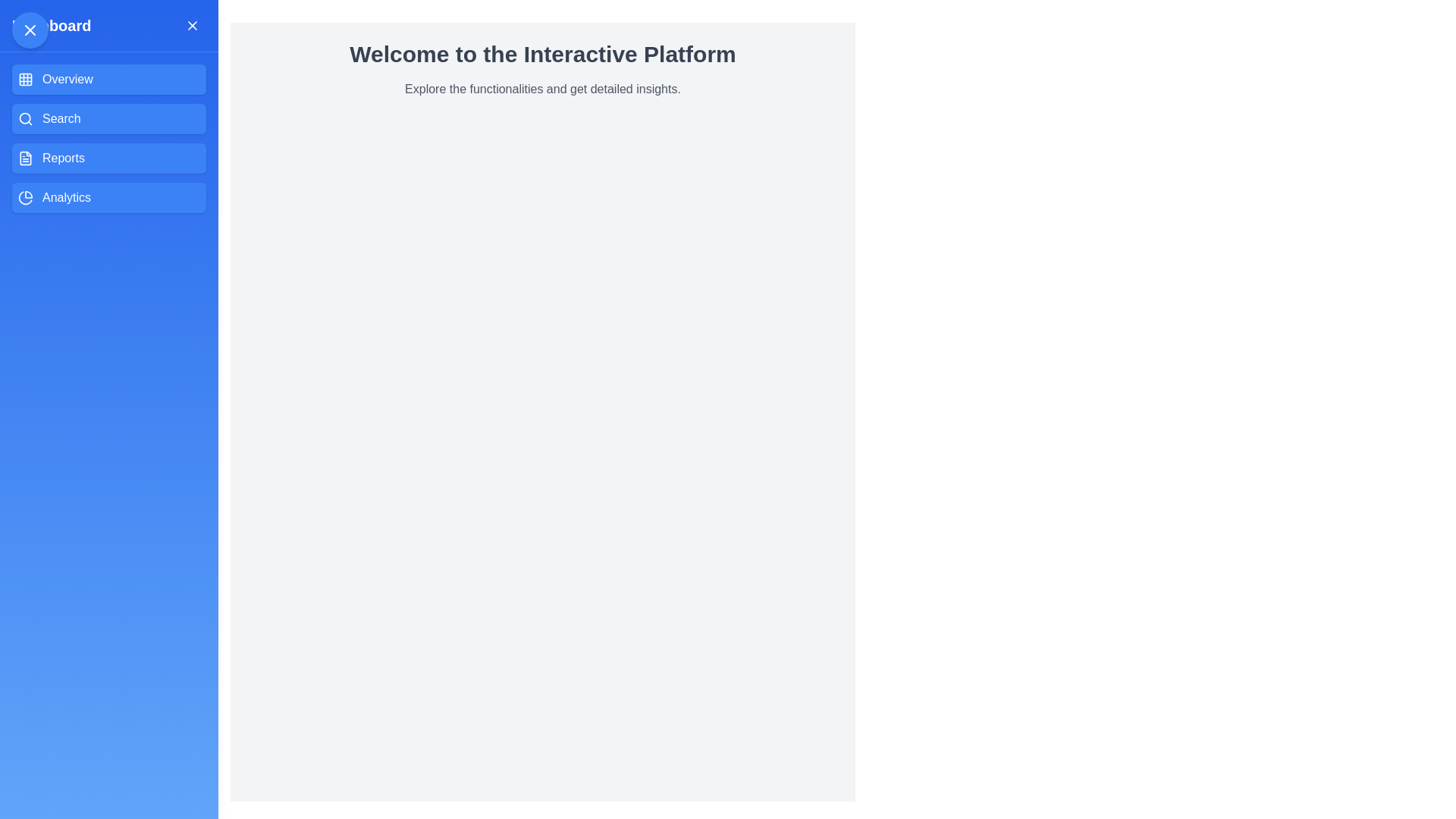  What do you see at coordinates (108, 118) in the screenshot?
I see `the menu option Search to navigate to the corresponding section` at bounding box center [108, 118].